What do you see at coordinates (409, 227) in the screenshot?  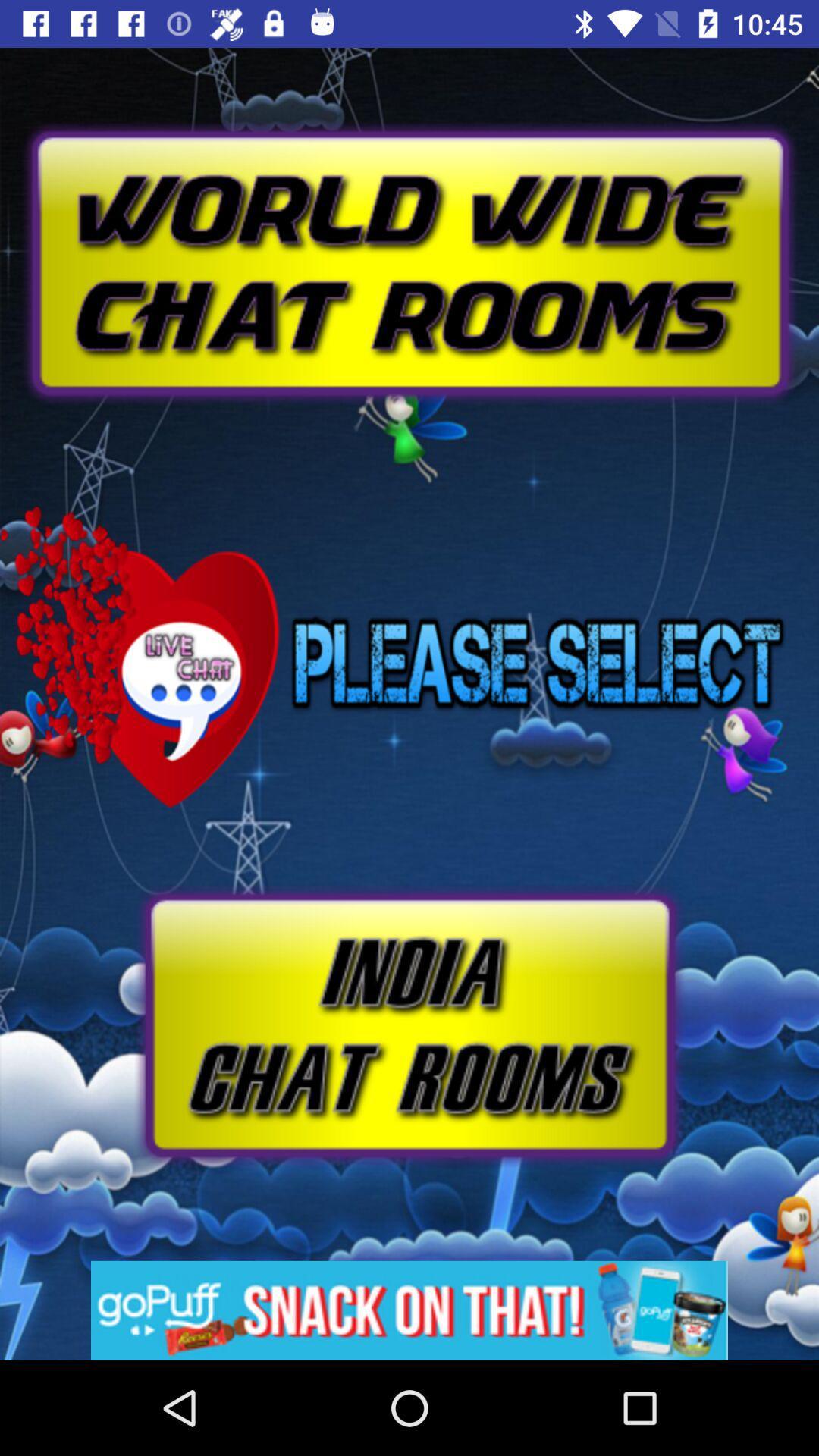 I see `advertisent page` at bounding box center [409, 227].